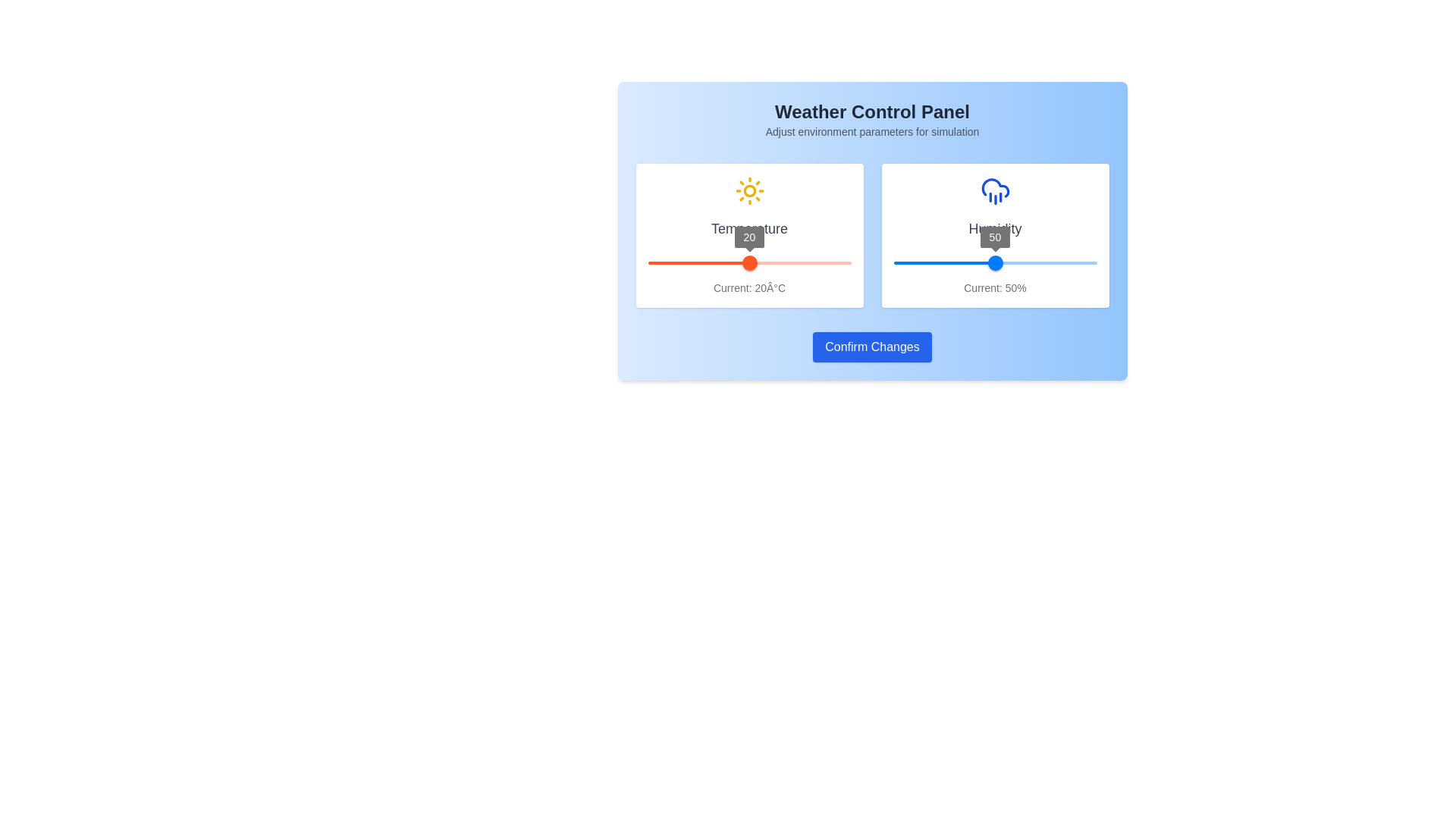 The image size is (1456, 819). Describe the element at coordinates (979, 262) in the screenshot. I see `the humidity percentage` at that location.